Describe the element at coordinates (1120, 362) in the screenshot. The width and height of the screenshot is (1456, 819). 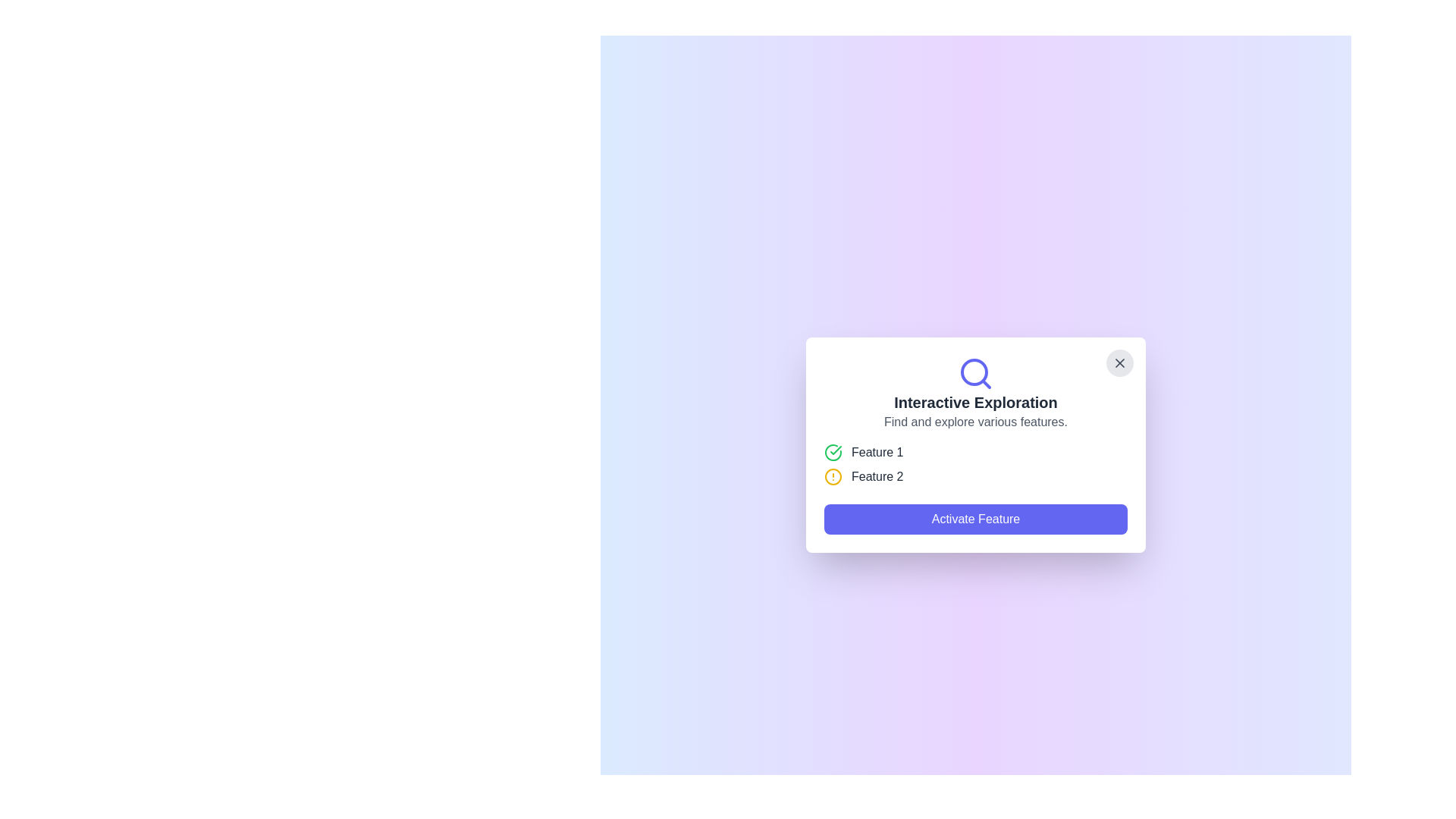
I see `the close button located at the top-right corner of the modal dialog, which is contained within a circular background` at that location.